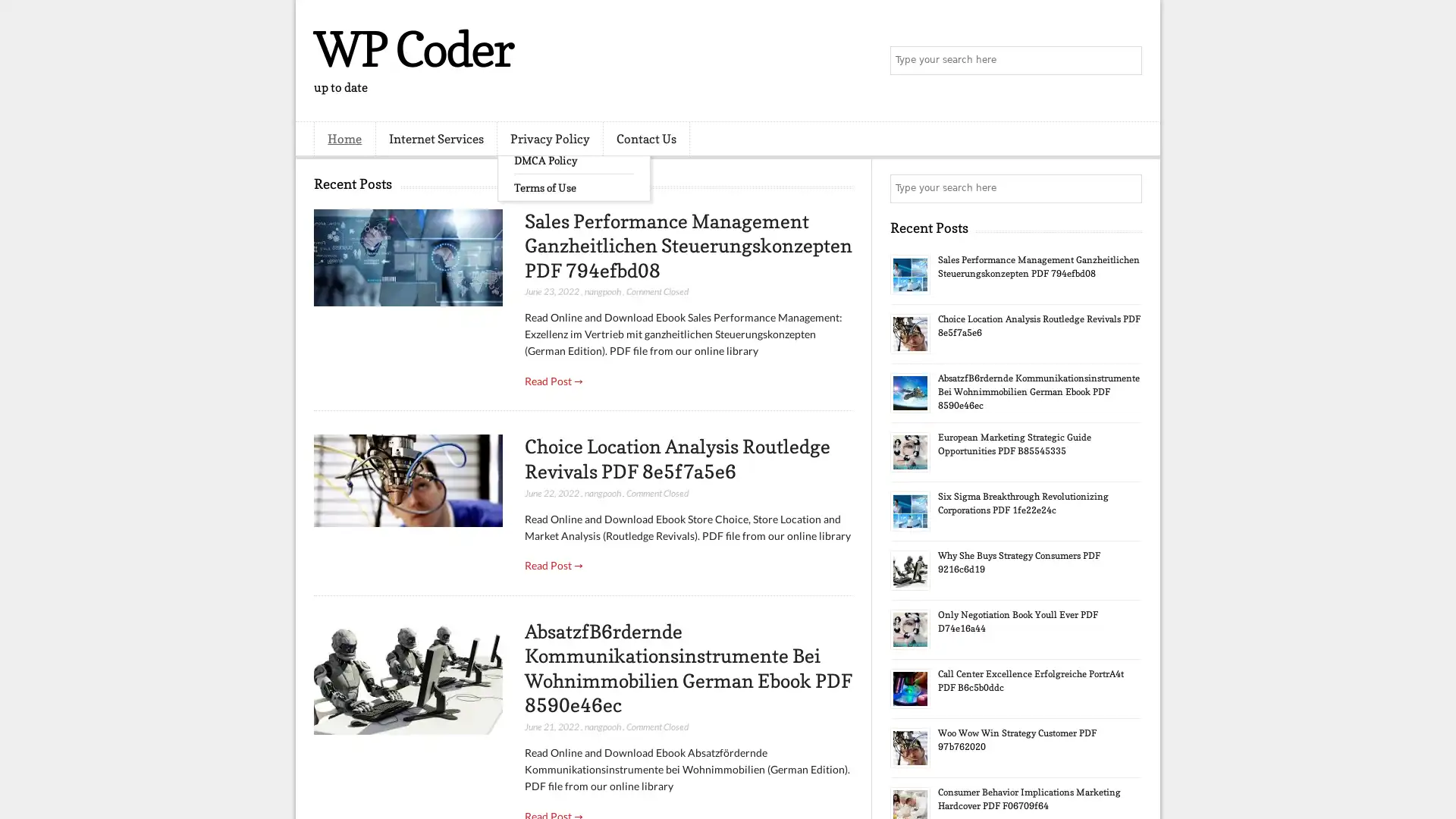  Describe the element at coordinates (1126, 188) in the screenshot. I see `Search` at that location.